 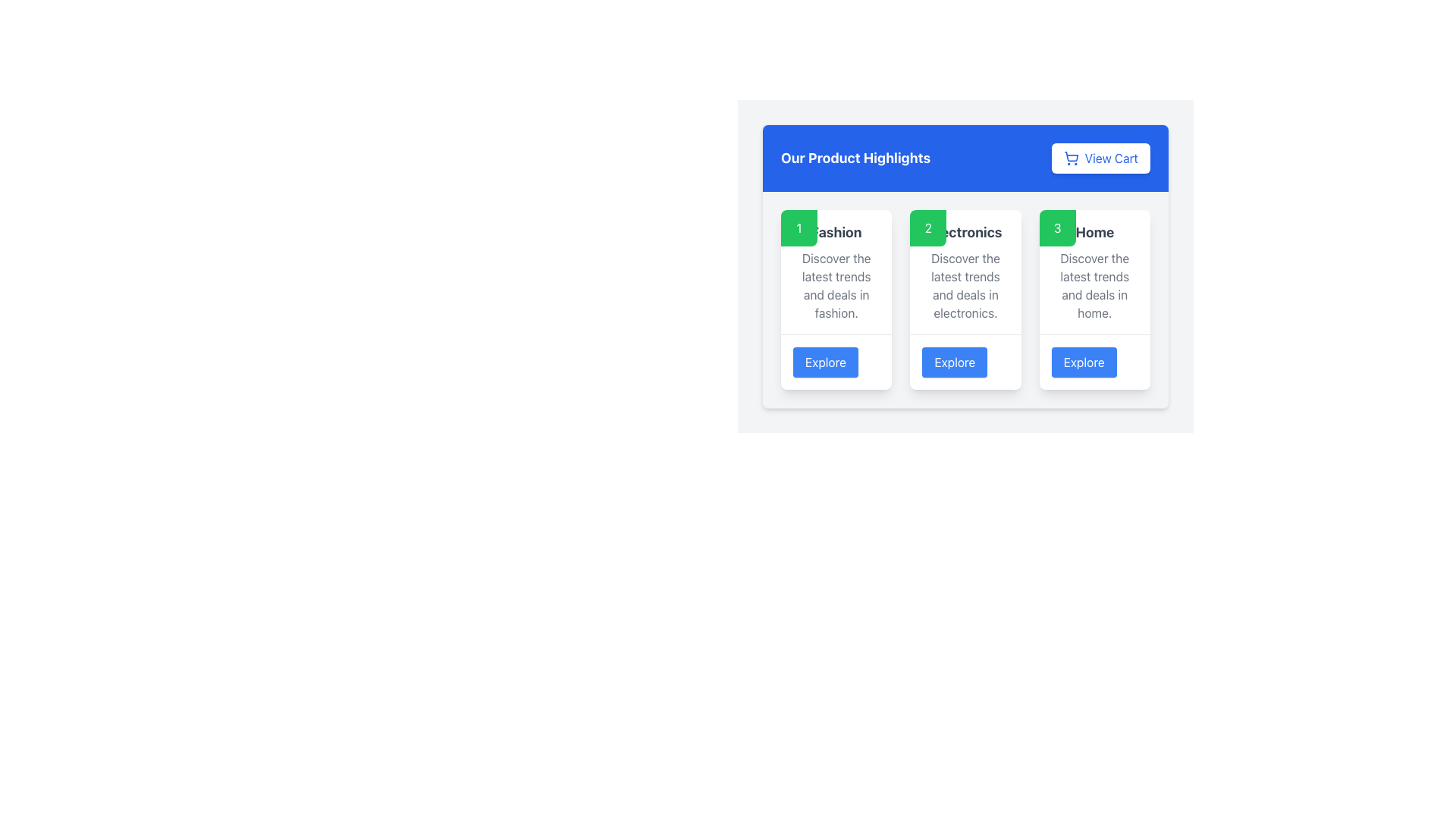 I want to click on bold, large-sized, gray-colored heading text 'Fashion' located at the top of the first card in the 'Our Product Highlights' section, so click(x=836, y=233).